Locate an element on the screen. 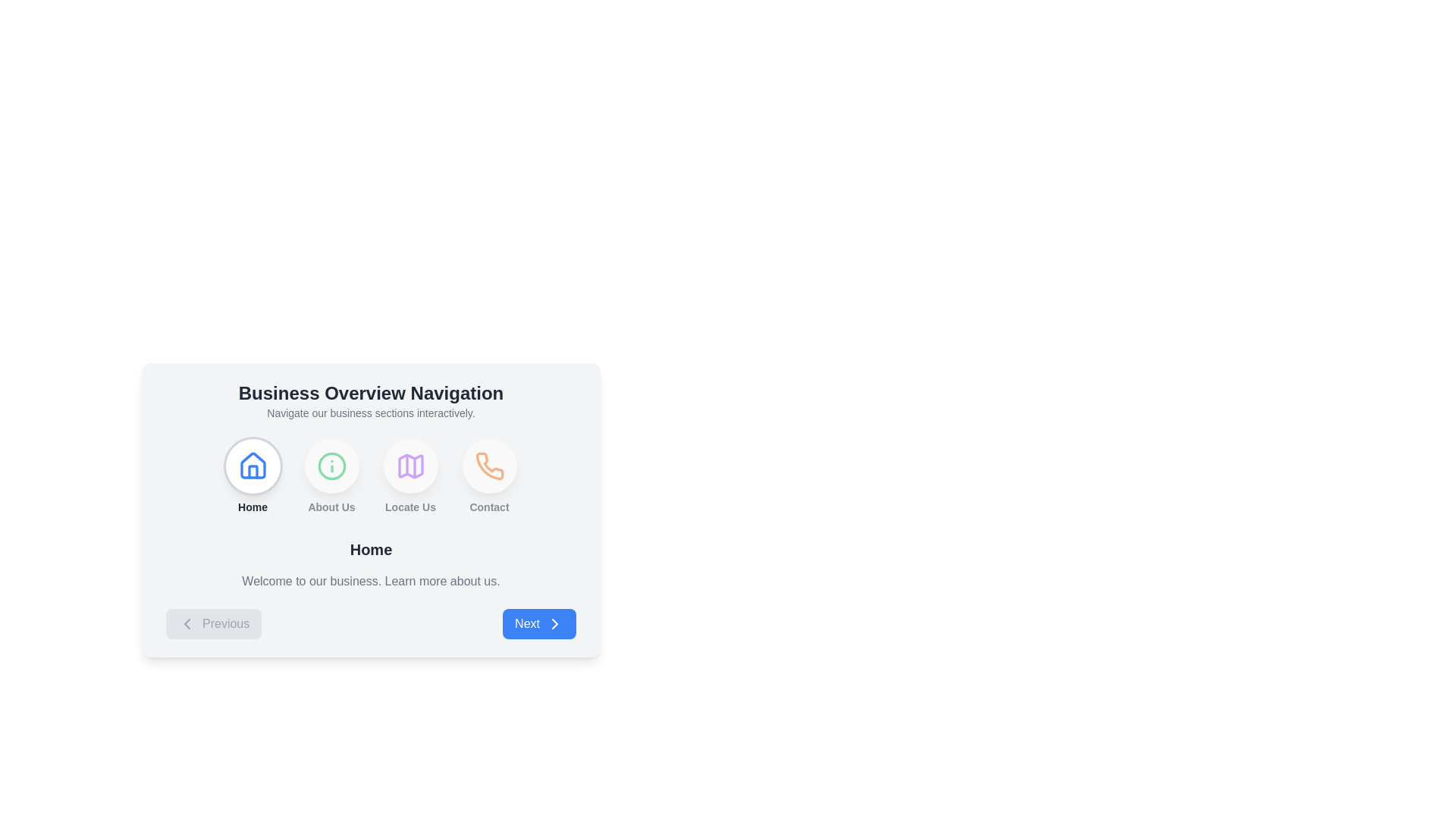  the text element that reads 'Navigate our business sections interactively', which is styled in gray and located directly below the 'Business Overview Navigation' title is located at coordinates (371, 413).